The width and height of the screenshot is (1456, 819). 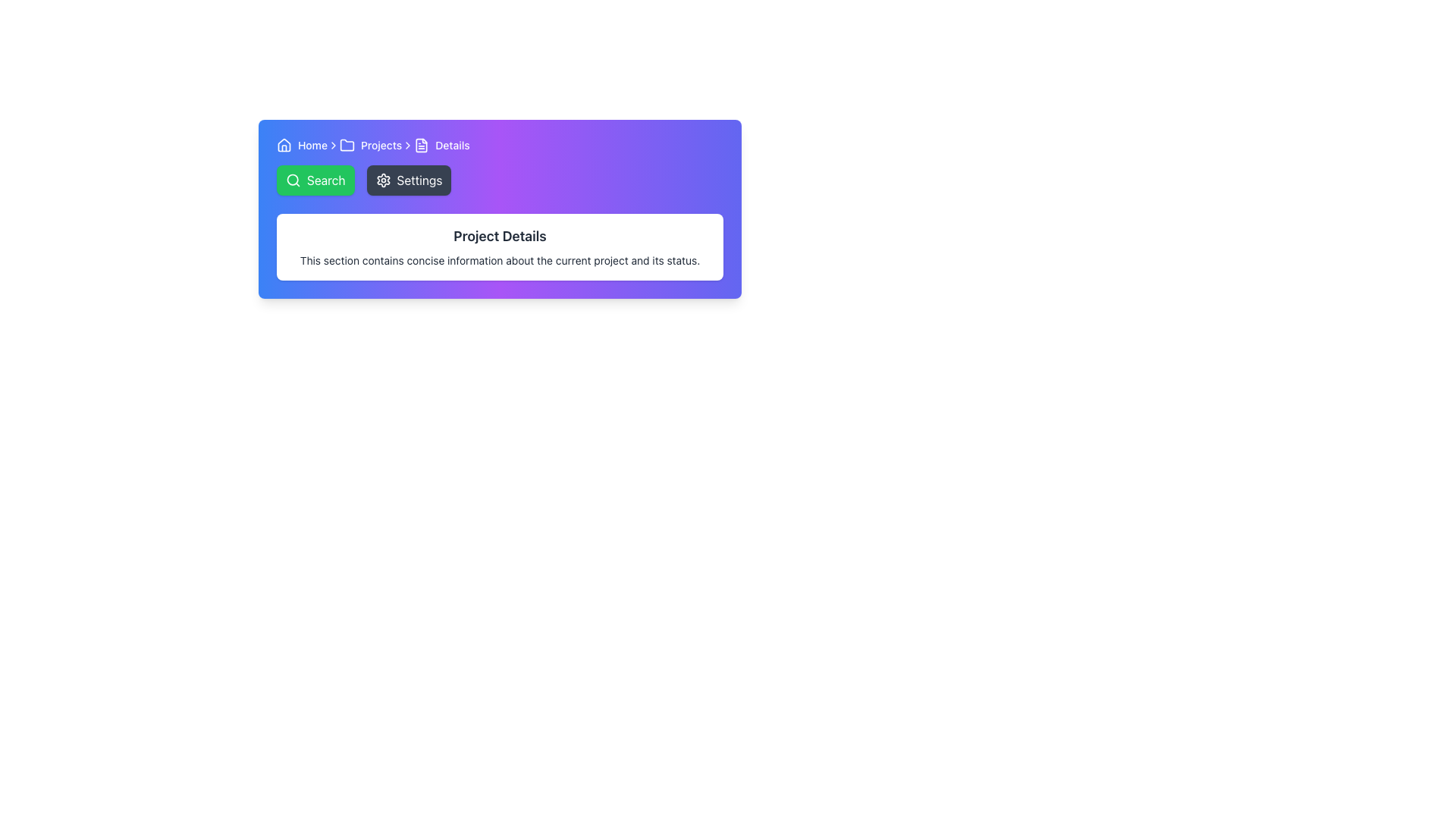 I want to click on the file icon in the breadcrumb navigation bar to navigate to the specific file's detail view, so click(x=422, y=146).